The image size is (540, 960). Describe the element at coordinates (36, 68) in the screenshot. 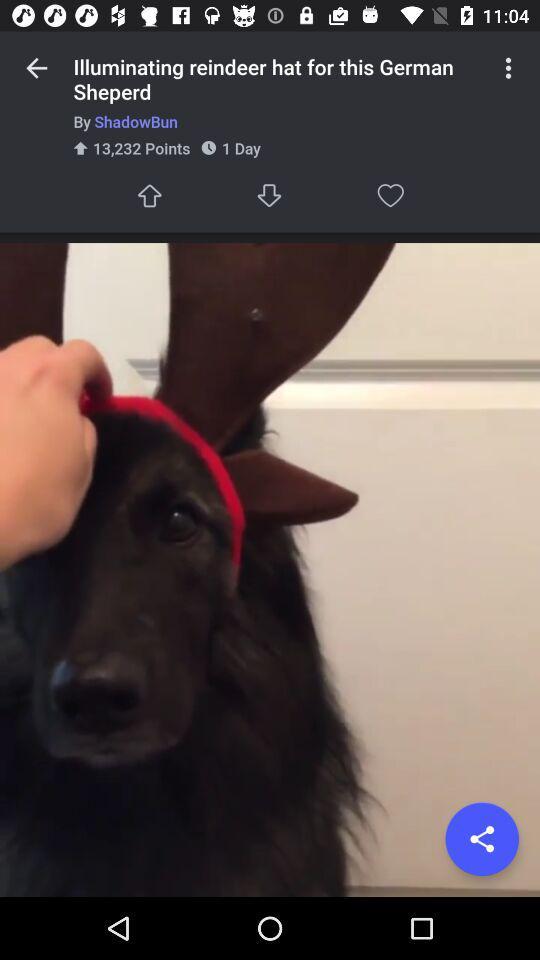

I see `item next to illuminating reindeer hat` at that location.